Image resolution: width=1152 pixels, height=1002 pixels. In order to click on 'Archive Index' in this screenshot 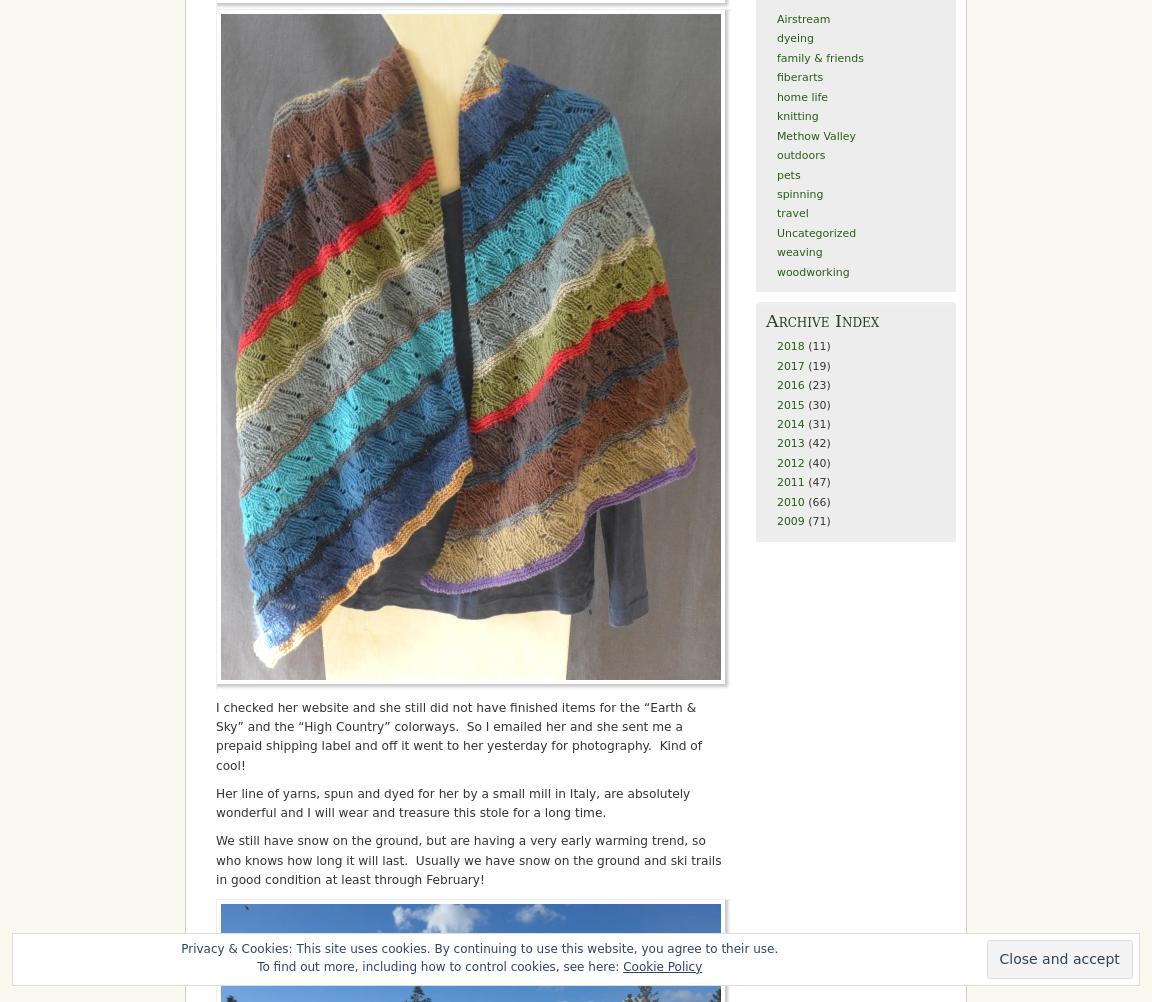, I will do `click(822, 320)`.